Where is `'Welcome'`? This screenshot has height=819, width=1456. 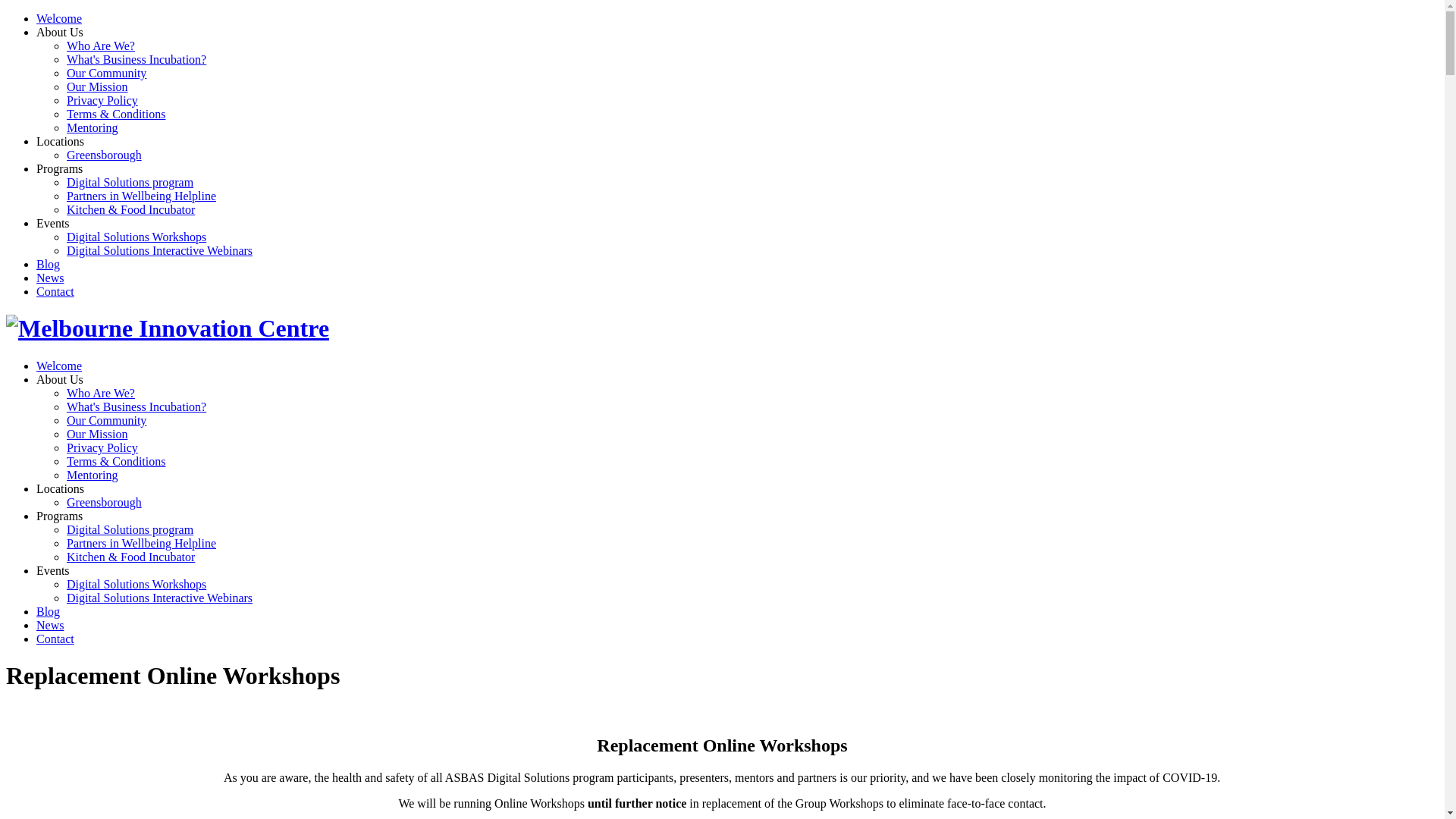
'Welcome' is located at coordinates (58, 18).